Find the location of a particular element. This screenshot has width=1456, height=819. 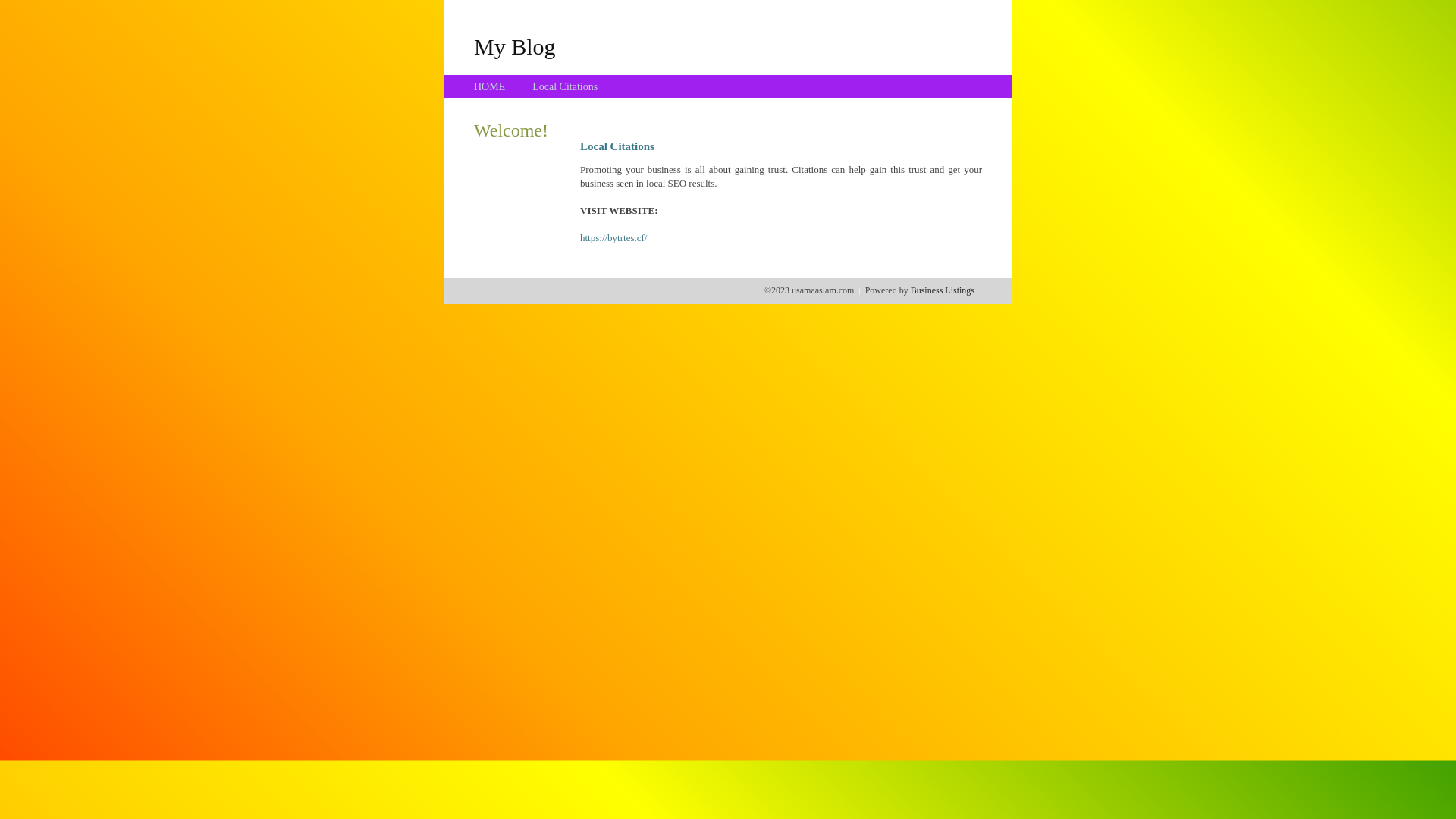

'https://bytrtes.cf/' is located at coordinates (613, 237).